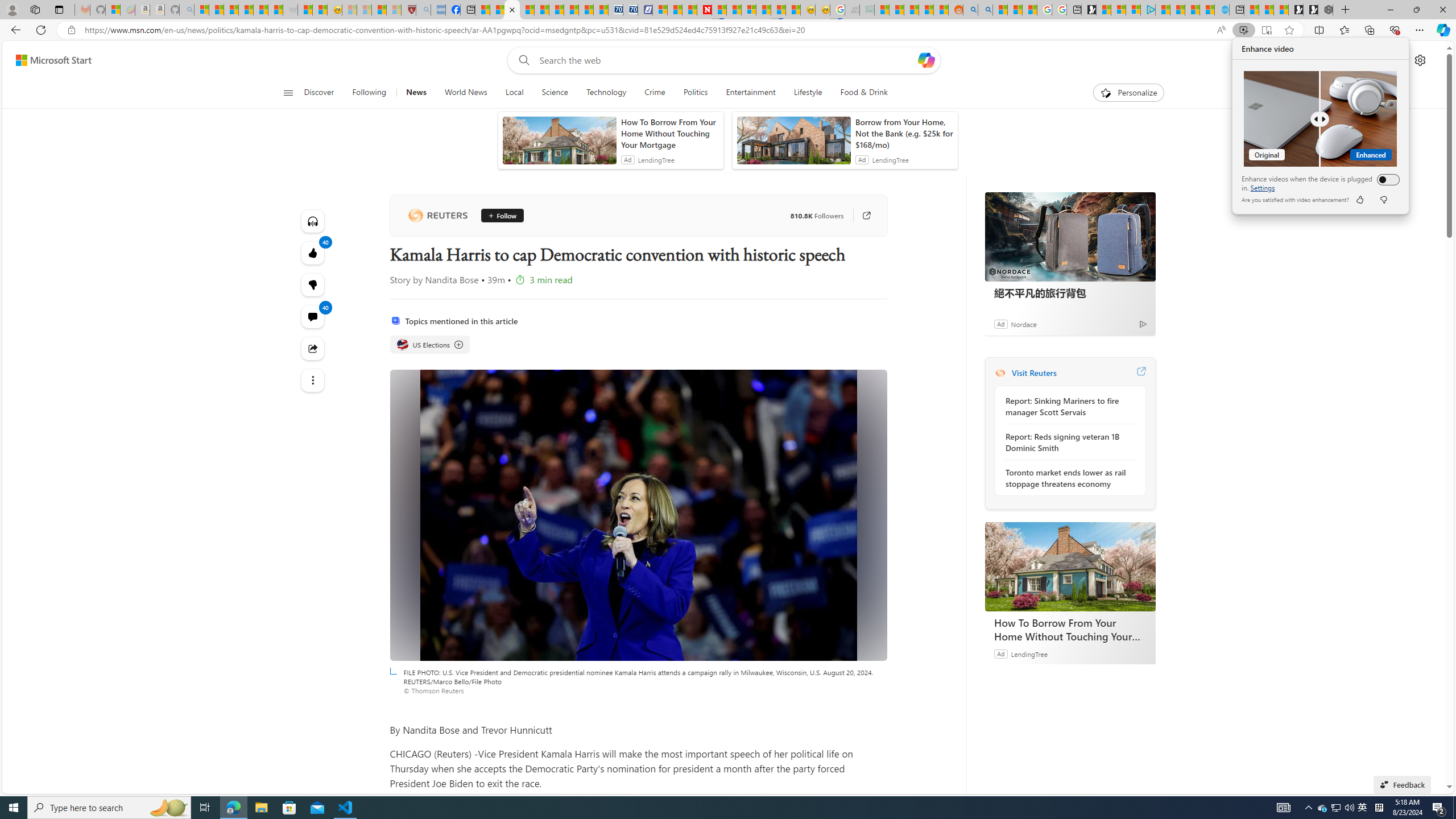 This screenshot has height=819, width=1456. I want to click on 'Tray Input Indicator - Chinese (Simplified, China)', so click(1322, 806).